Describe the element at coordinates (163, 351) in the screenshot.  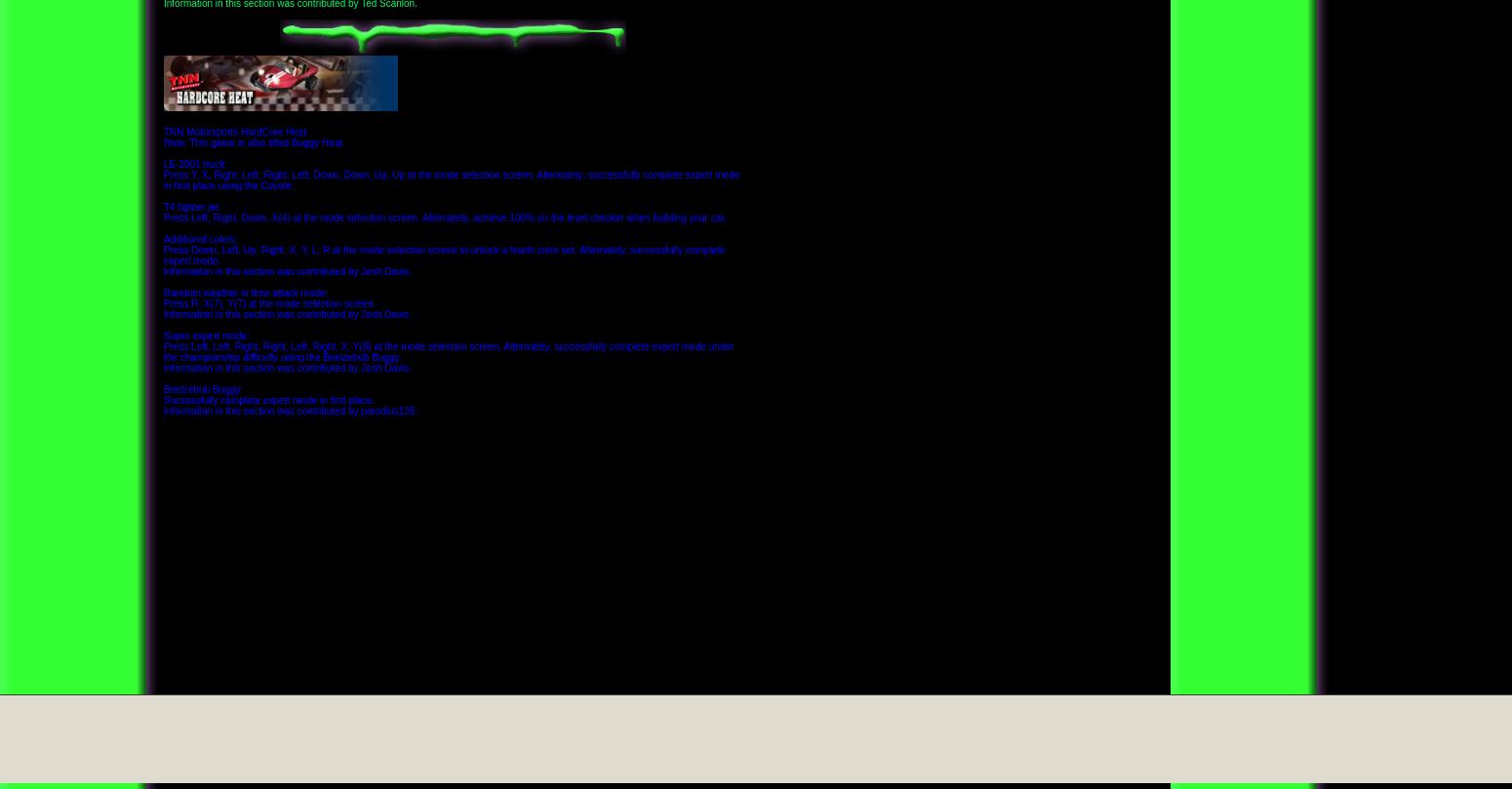
I see `'Press Left, Left, Right, Right, Left, Right, X, Y(8) at the mode selection screen. Alternately, successfully complete expert mode under the championship difficulty using the Beelzebub Buggy.'` at that location.